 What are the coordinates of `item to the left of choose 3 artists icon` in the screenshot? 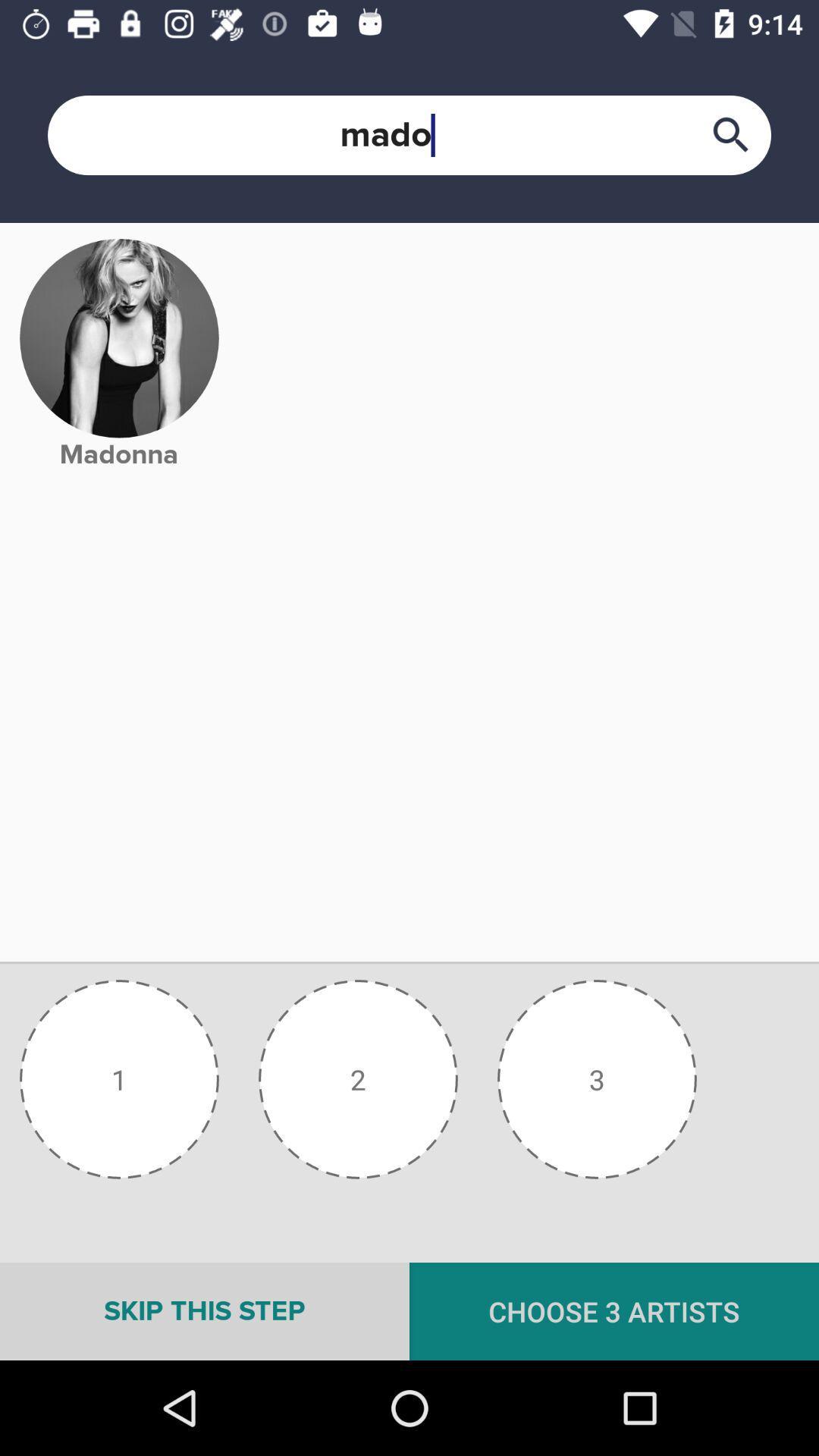 It's located at (205, 1310).